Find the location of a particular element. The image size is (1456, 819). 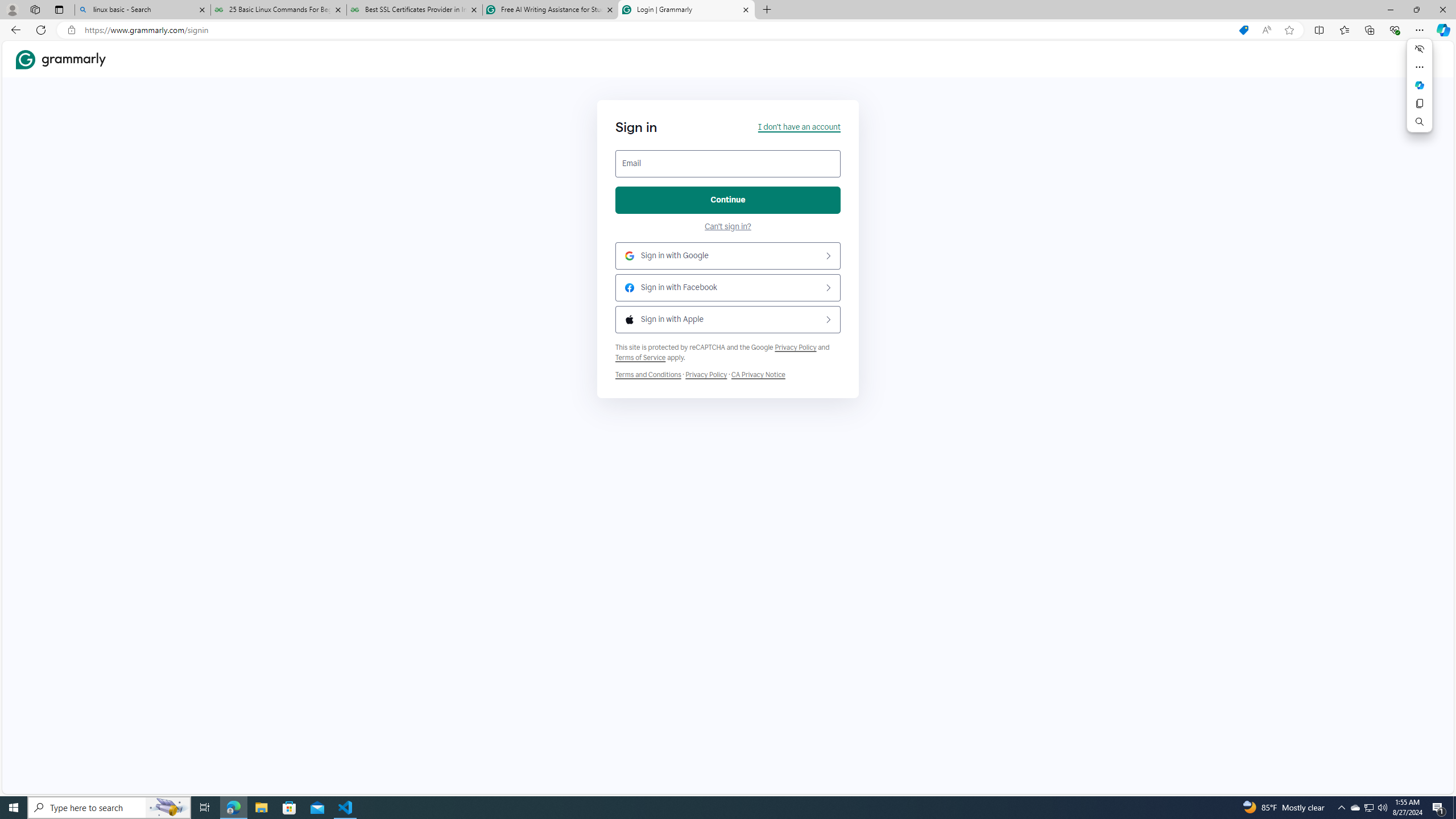

'Mini menu on text selection' is located at coordinates (1419, 85).